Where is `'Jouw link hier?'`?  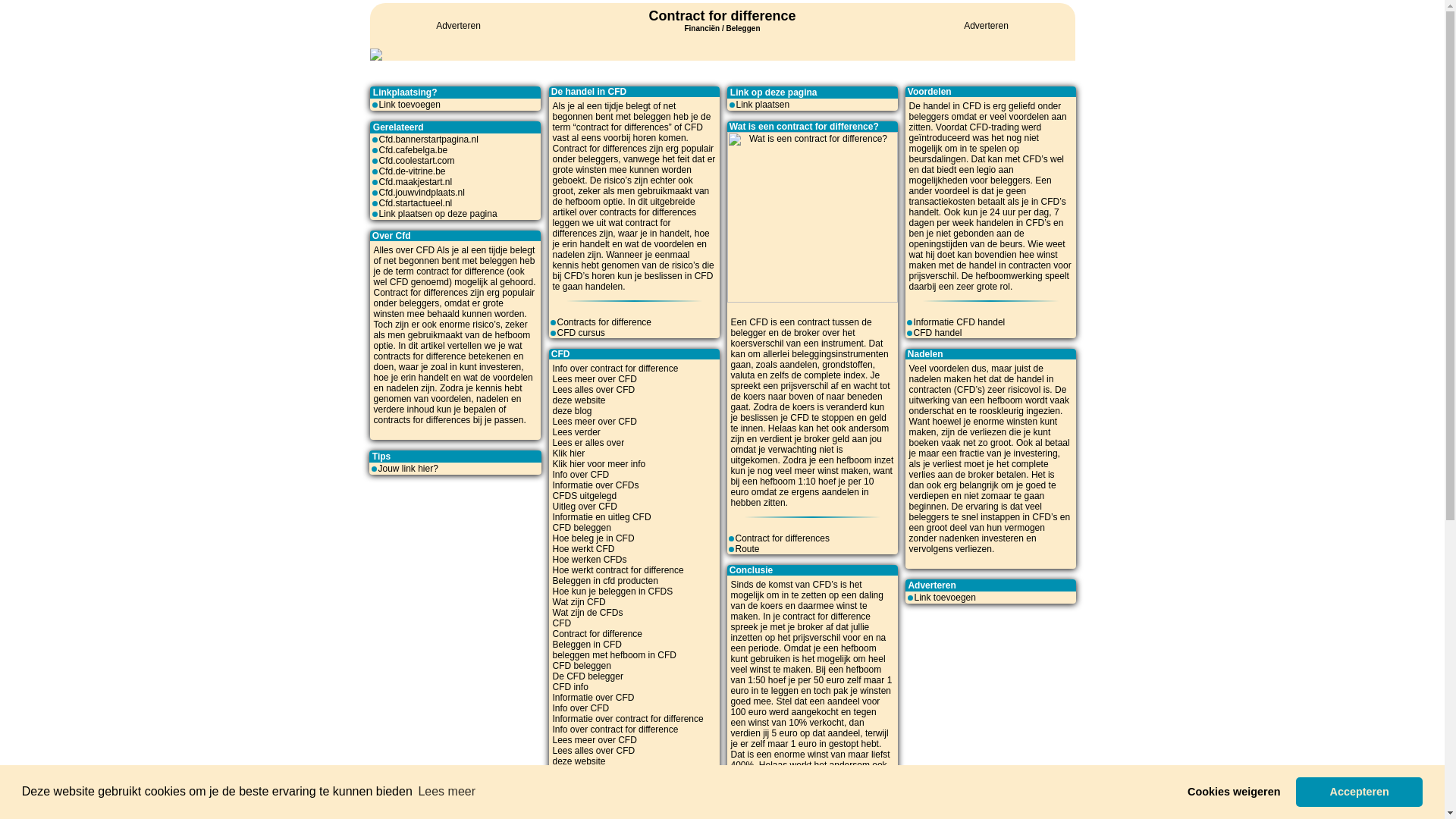
'Jouw link hier?' is located at coordinates (407, 467).